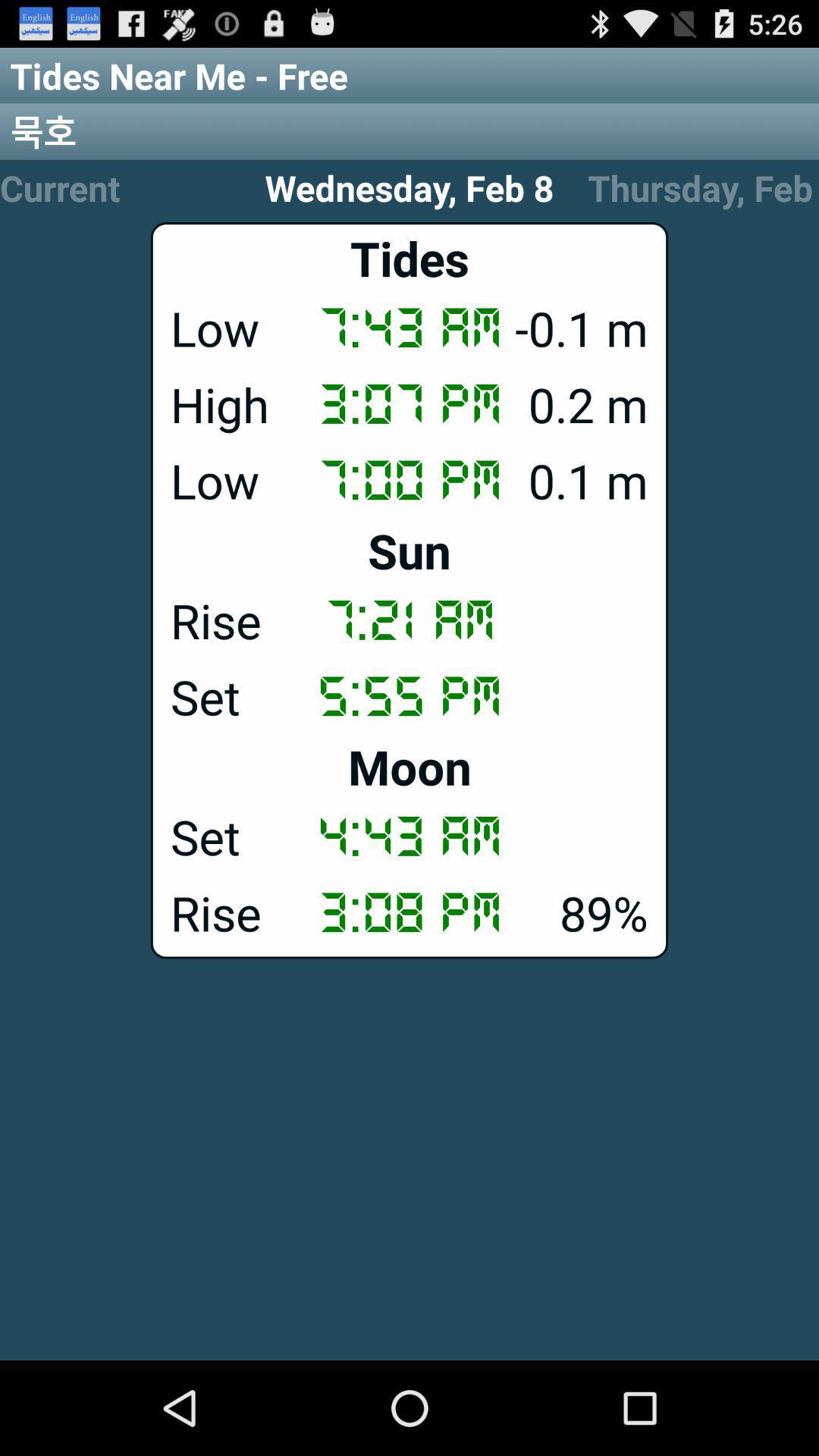  Describe the element at coordinates (409, 549) in the screenshot. I see `the sun` at that location.